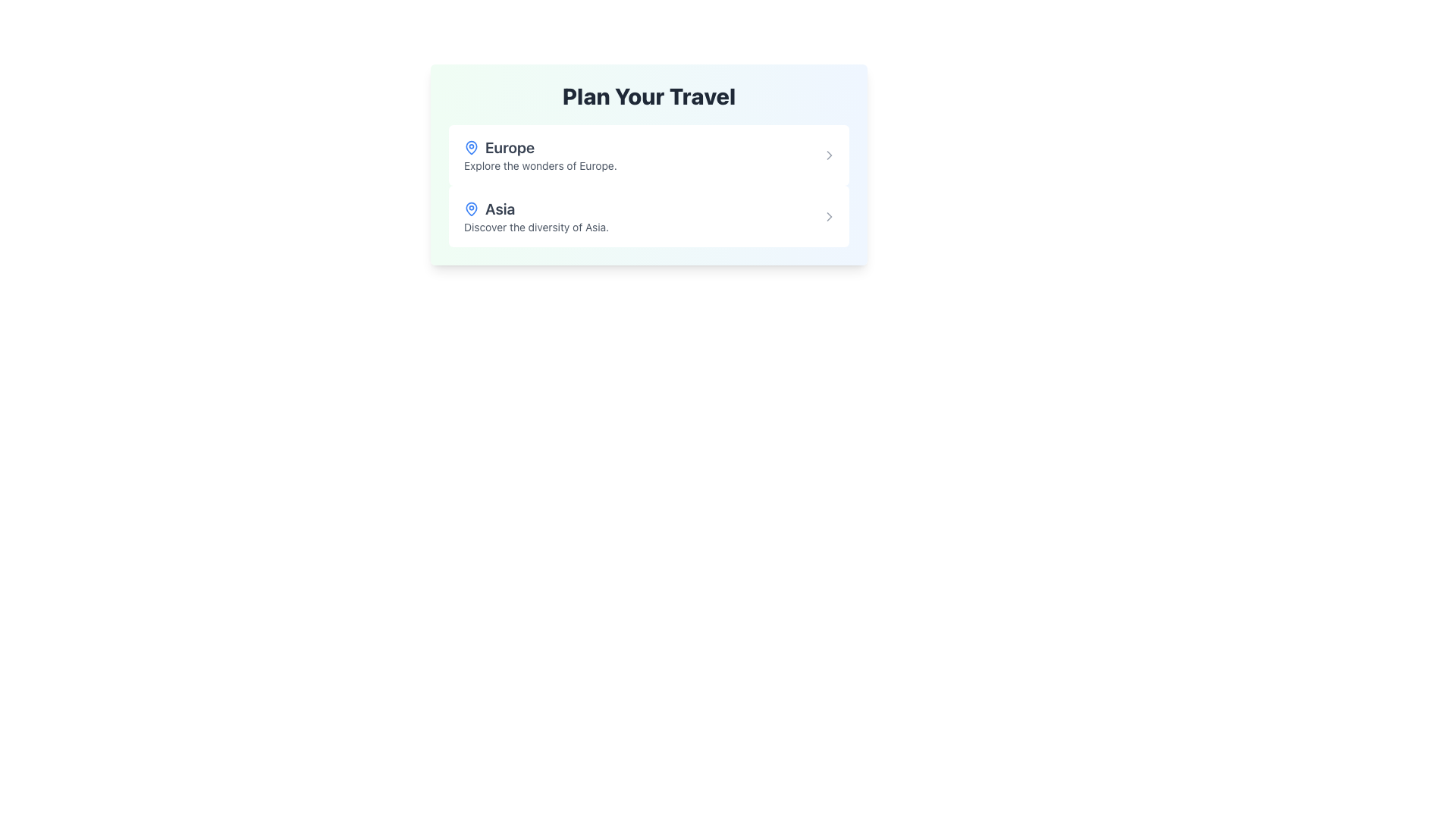 The height and width of the screenshot is (819, 1456). What do you see at coordinates (648, 216) in the screenshot?
I see `the second navigation card labeled 'Asia' in the 'Plan Your Travel' section` at bounding box center [648, 216].